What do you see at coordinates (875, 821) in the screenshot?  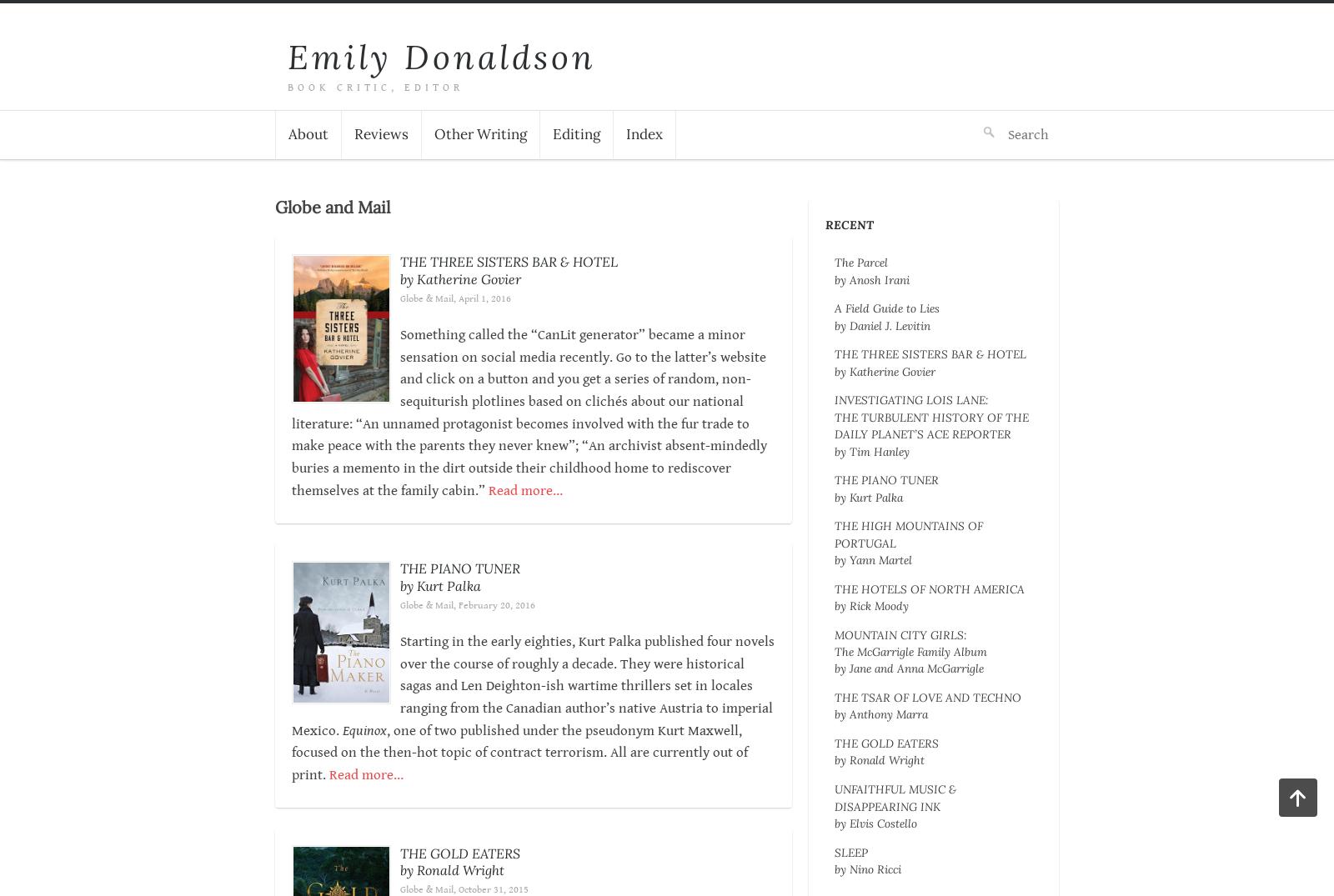 I see `'by Elvis Costello'` at bounding box center [875, 821].